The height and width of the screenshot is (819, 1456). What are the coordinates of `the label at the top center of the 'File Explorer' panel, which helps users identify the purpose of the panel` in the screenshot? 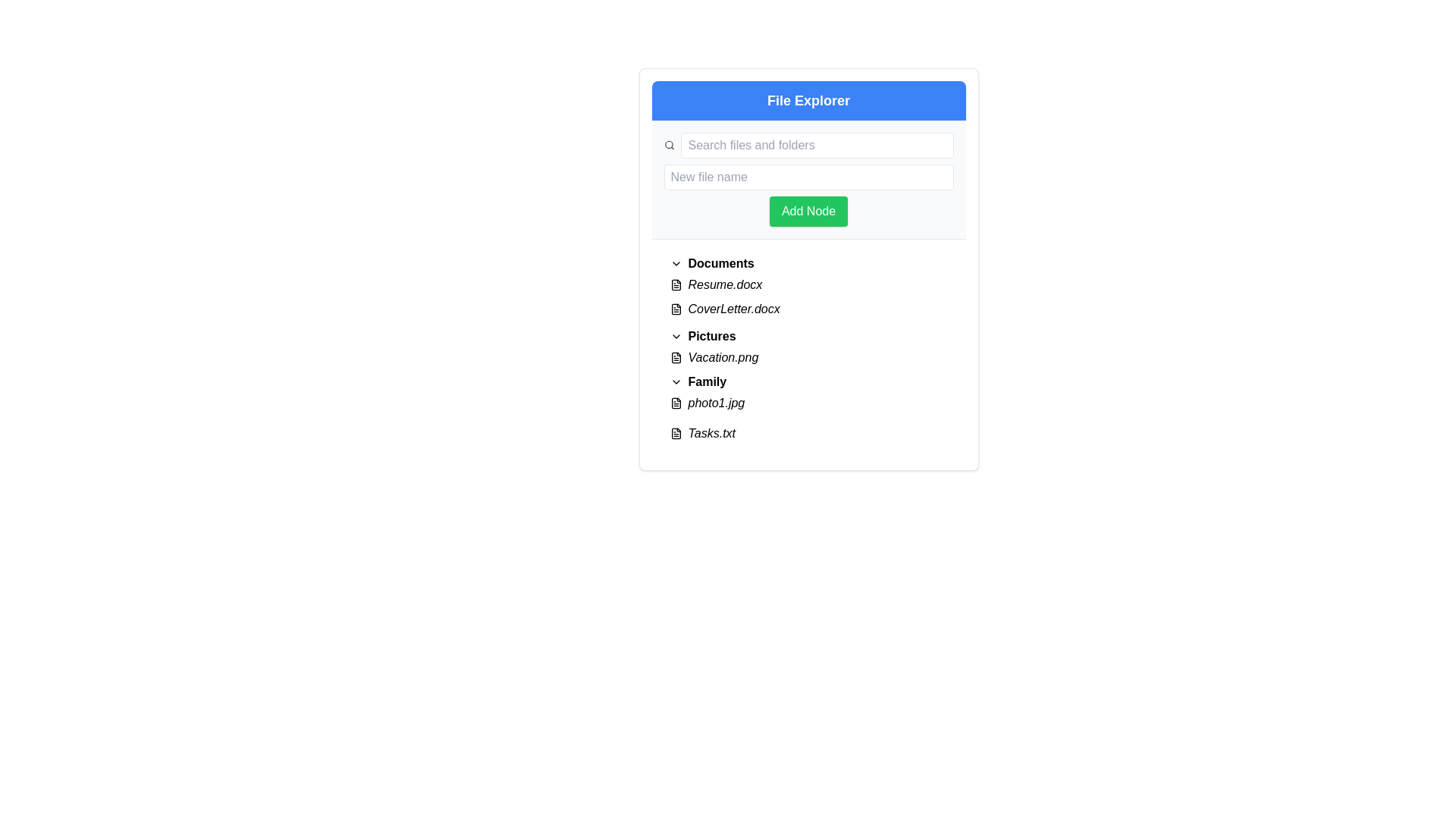 It's located at (808, 100).